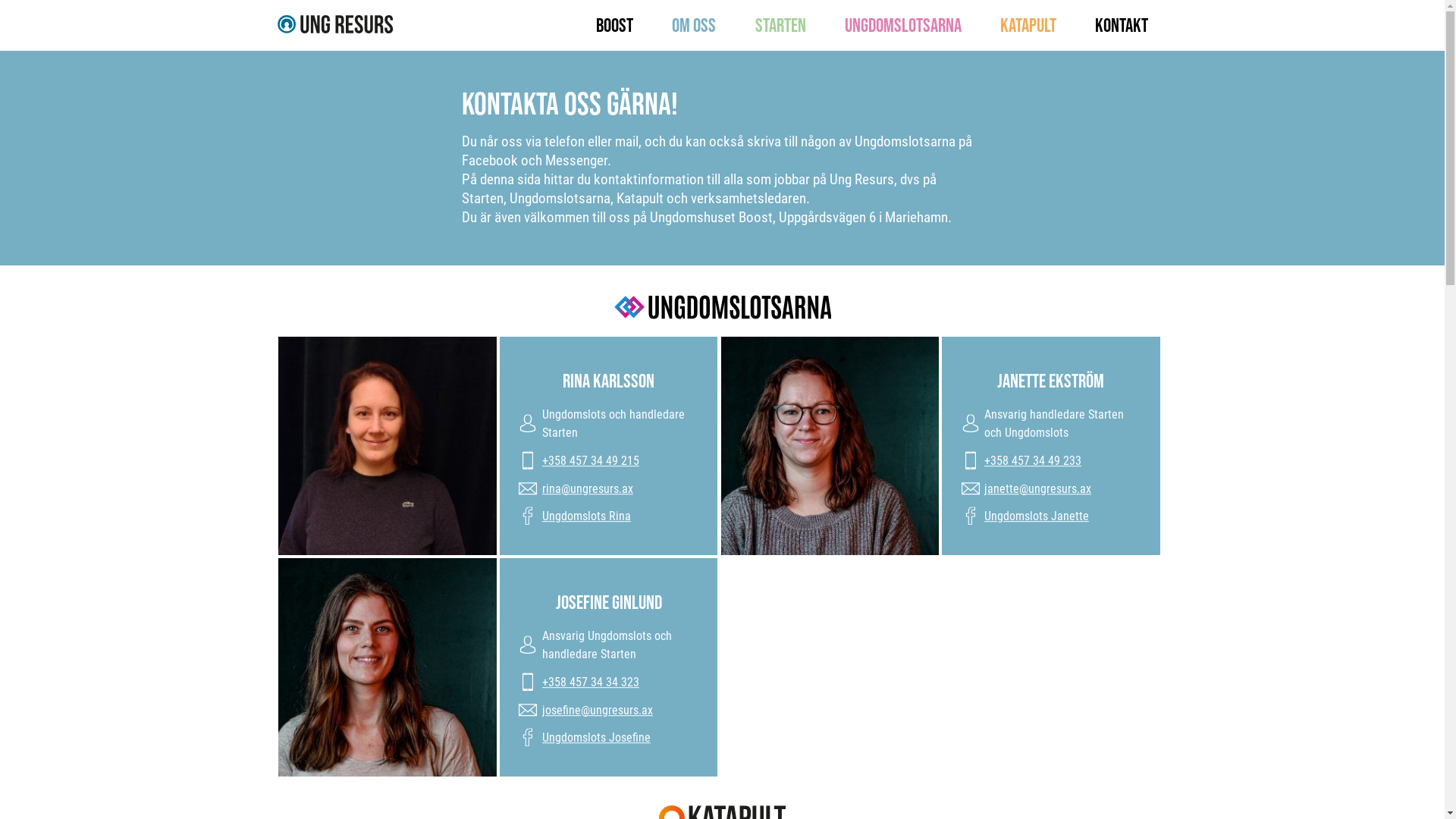 The height and width of the screenshot is (819, 1456). Describe the element at coordinates (1032, 459) in the screenshot. I see `'+358 457 34 49 233'` at that location.